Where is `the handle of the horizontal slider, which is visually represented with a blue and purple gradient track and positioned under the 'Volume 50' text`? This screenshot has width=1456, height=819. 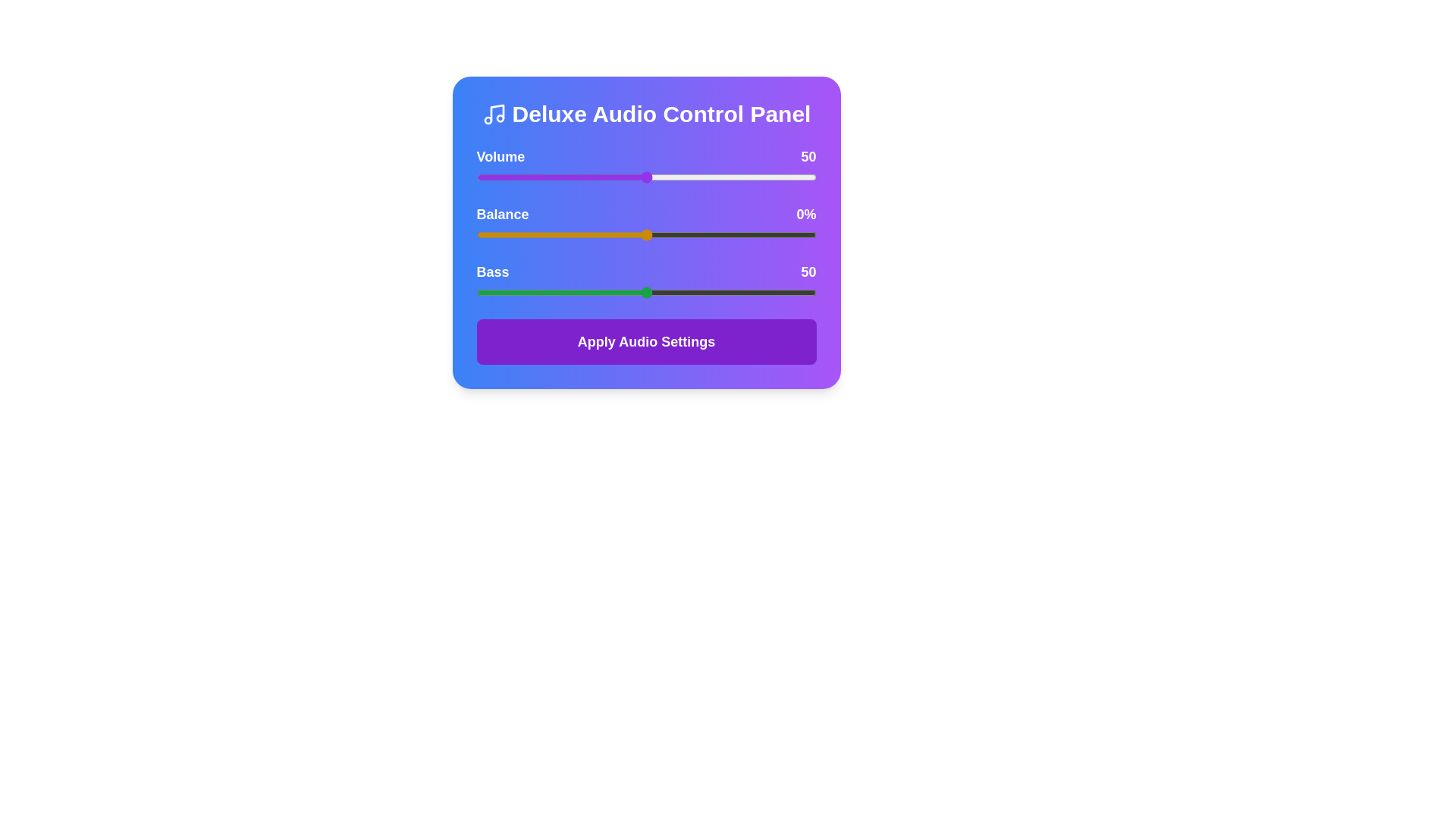 the handle of the horizontal slider, which is visually represented with a blue and purple gradient track and positioned under the 'Volume 50' text is located at coordinates (646, 166).